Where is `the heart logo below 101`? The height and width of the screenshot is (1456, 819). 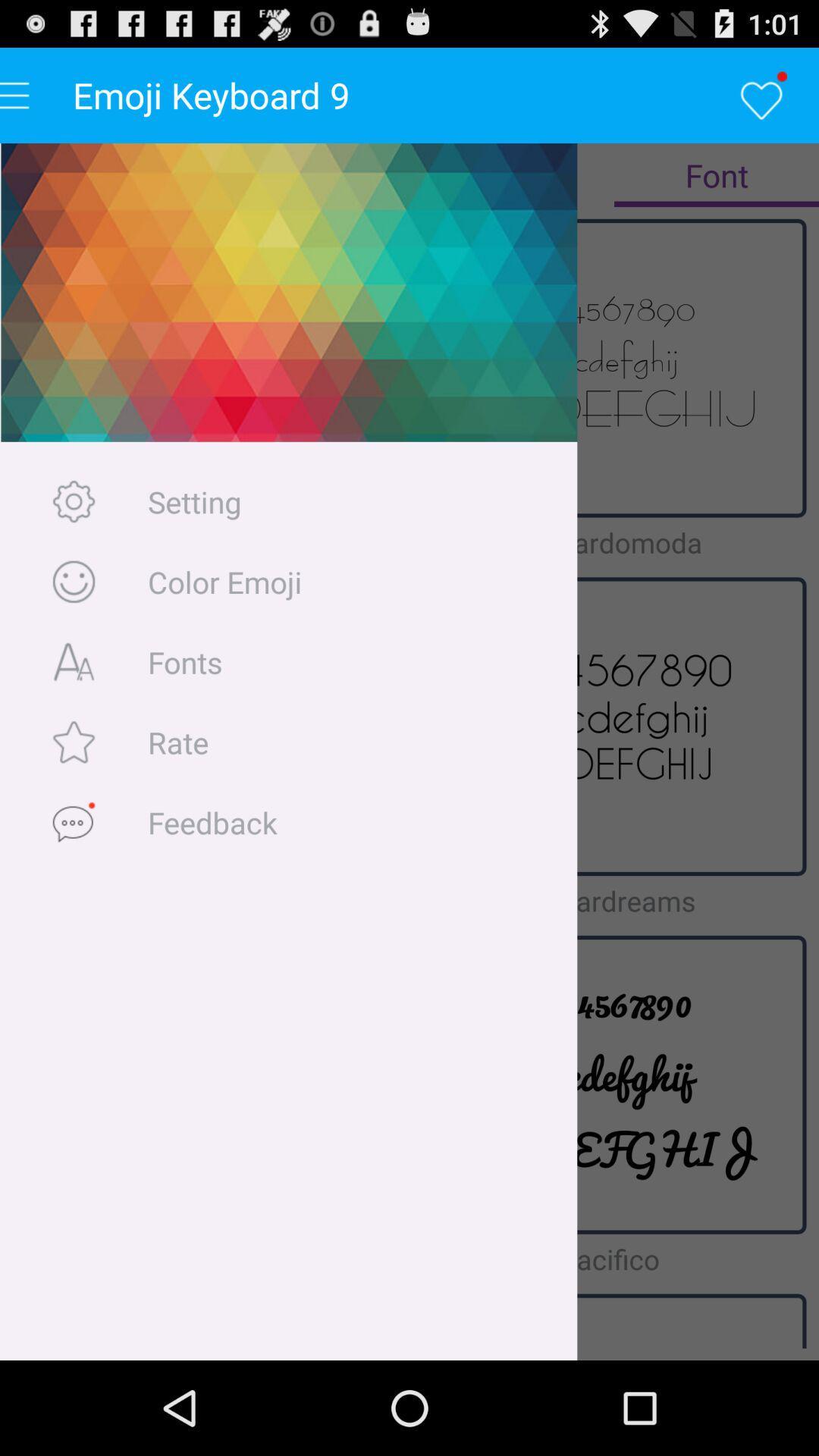
the heart logo below 101 is located at coordinates (763, 94).